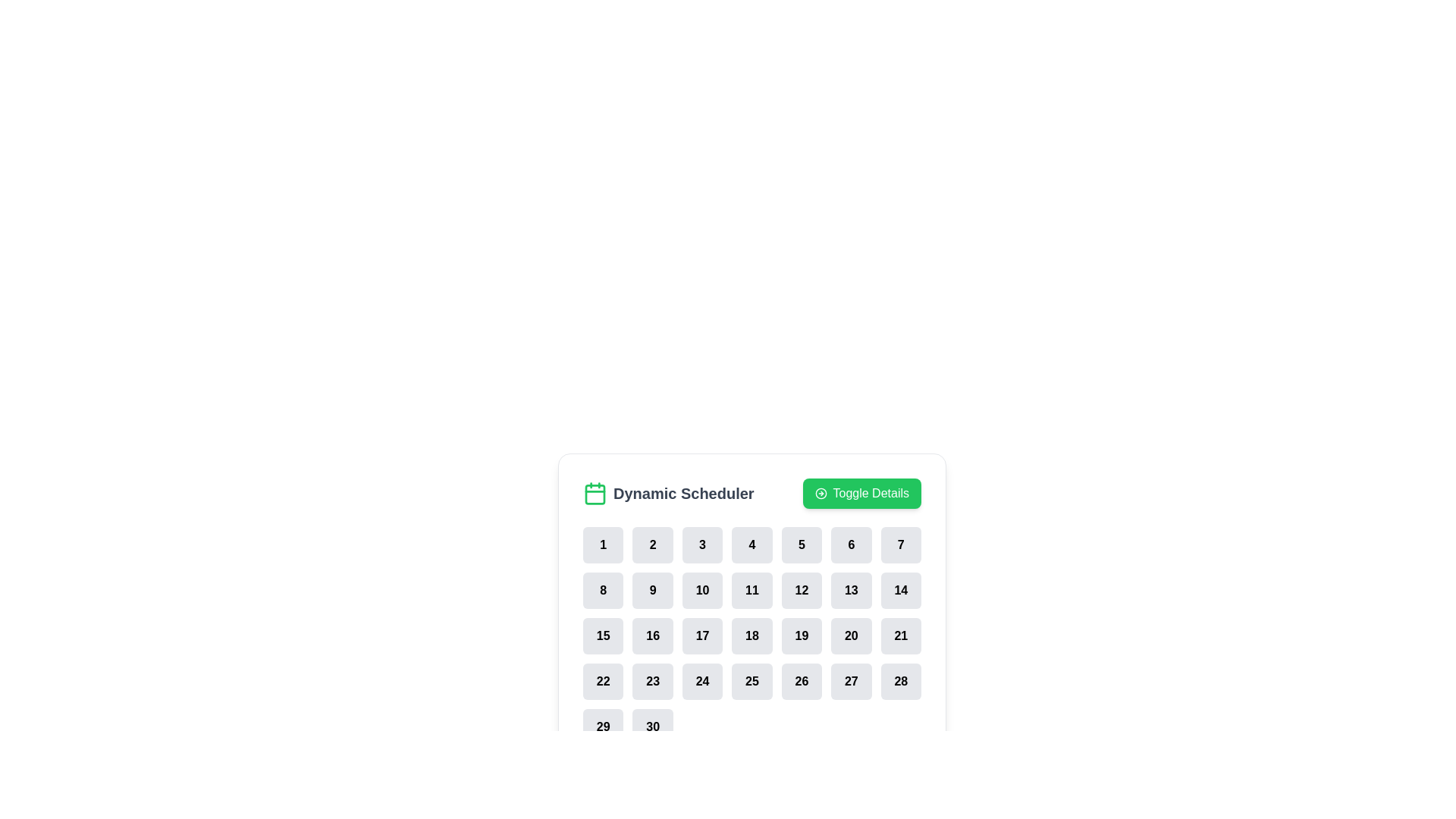 The width and height of the screenshot is (1456, 819). What do you see at coordinates (653, 680) in the screenshot?
I see `the button representing the 23rd selectable item in the dynamic schedule located in the fourth row and second column of the grid to change its background color` at bounding box center [653, 680].